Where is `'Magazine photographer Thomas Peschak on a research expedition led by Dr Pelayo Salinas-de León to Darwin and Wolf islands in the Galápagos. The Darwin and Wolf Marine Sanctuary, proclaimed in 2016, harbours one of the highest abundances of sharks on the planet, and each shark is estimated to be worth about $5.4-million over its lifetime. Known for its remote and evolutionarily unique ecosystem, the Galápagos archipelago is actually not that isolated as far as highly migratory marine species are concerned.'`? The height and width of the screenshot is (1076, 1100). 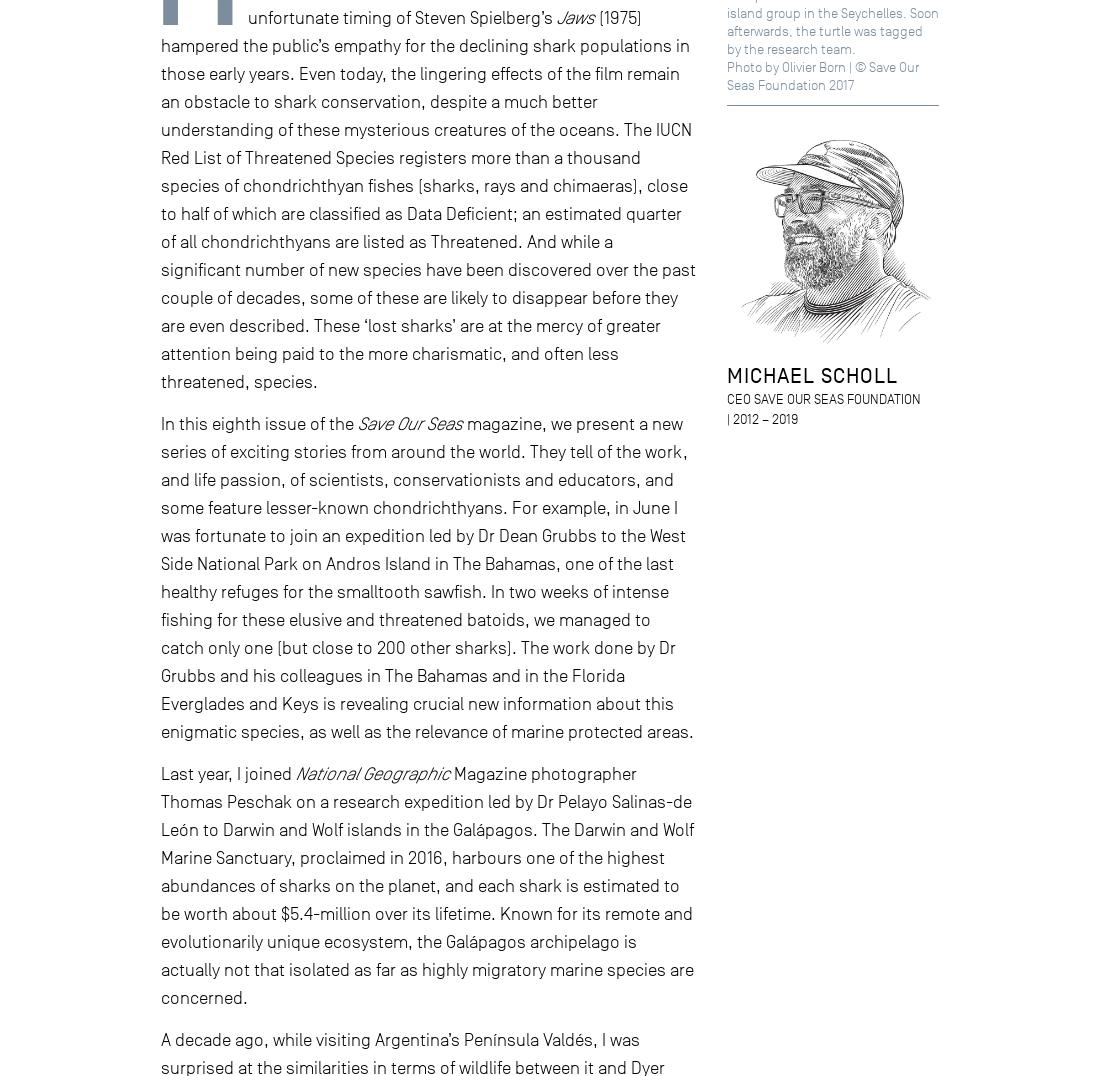 'Magazine photographer Thomas Peschak on a research expedition led by Dr Pelayo Salinas-de León to Darwin and Wolf islands in the Galápagos. The Darwin and Wolf Marine Sanctuary, proclaimed in 2016, harbours one of the highest abundances of sharks on the planet, and each shark is estimated to be worth about $5.4-million over its lifetime. Known for its remote and evolutionarily unique ecosystem, the Galápagos archipelago is actually not that isolated as far as highly migratory marine species are concerned.' is located at coordinates (425, 885).